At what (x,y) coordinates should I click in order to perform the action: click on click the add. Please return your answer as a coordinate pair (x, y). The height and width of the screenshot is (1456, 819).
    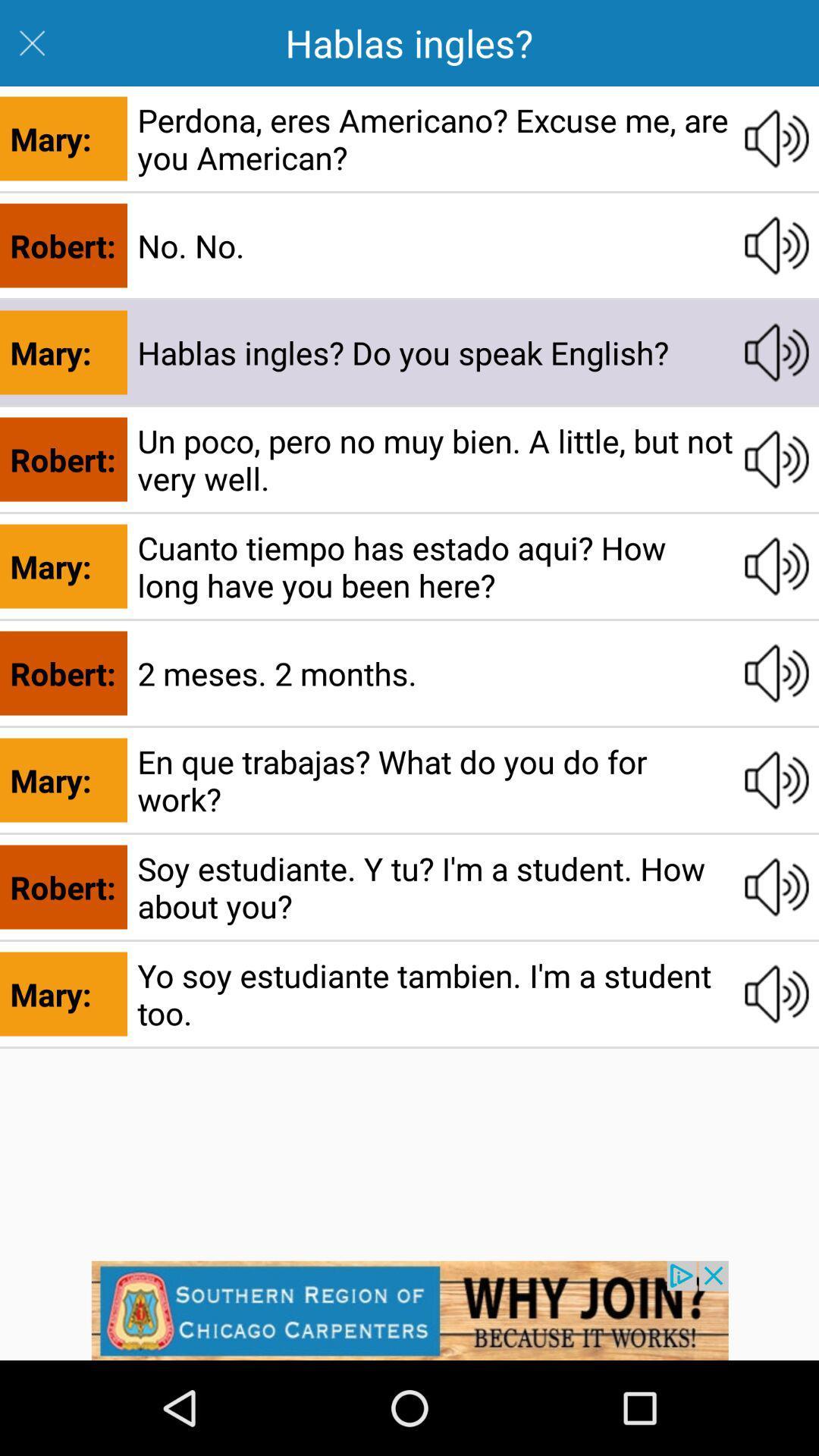
    Looking at the image, I should click on (409, 1310).